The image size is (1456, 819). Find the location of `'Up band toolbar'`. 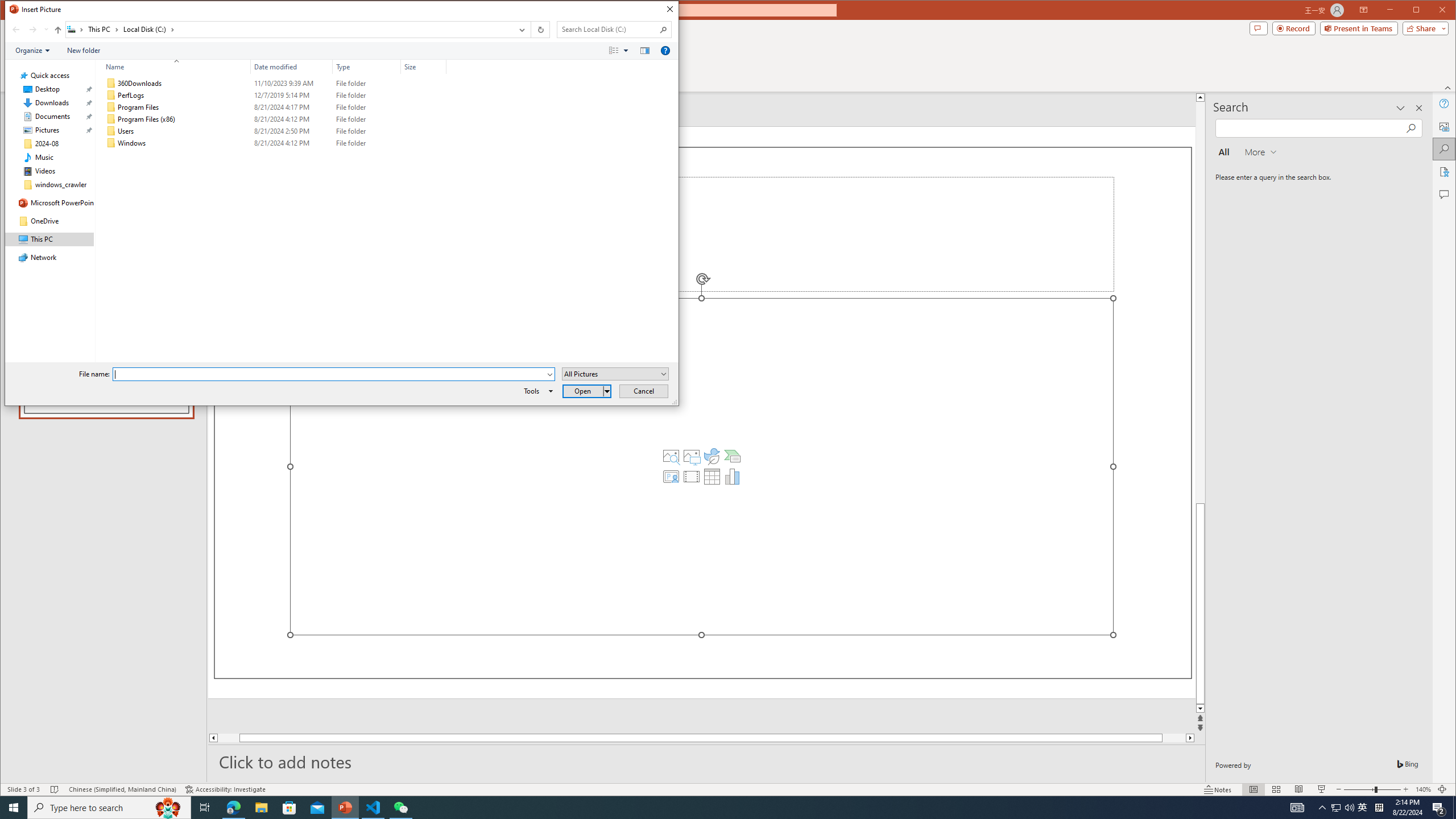

'Up band toolbar' is located at coordinates (57, 31).